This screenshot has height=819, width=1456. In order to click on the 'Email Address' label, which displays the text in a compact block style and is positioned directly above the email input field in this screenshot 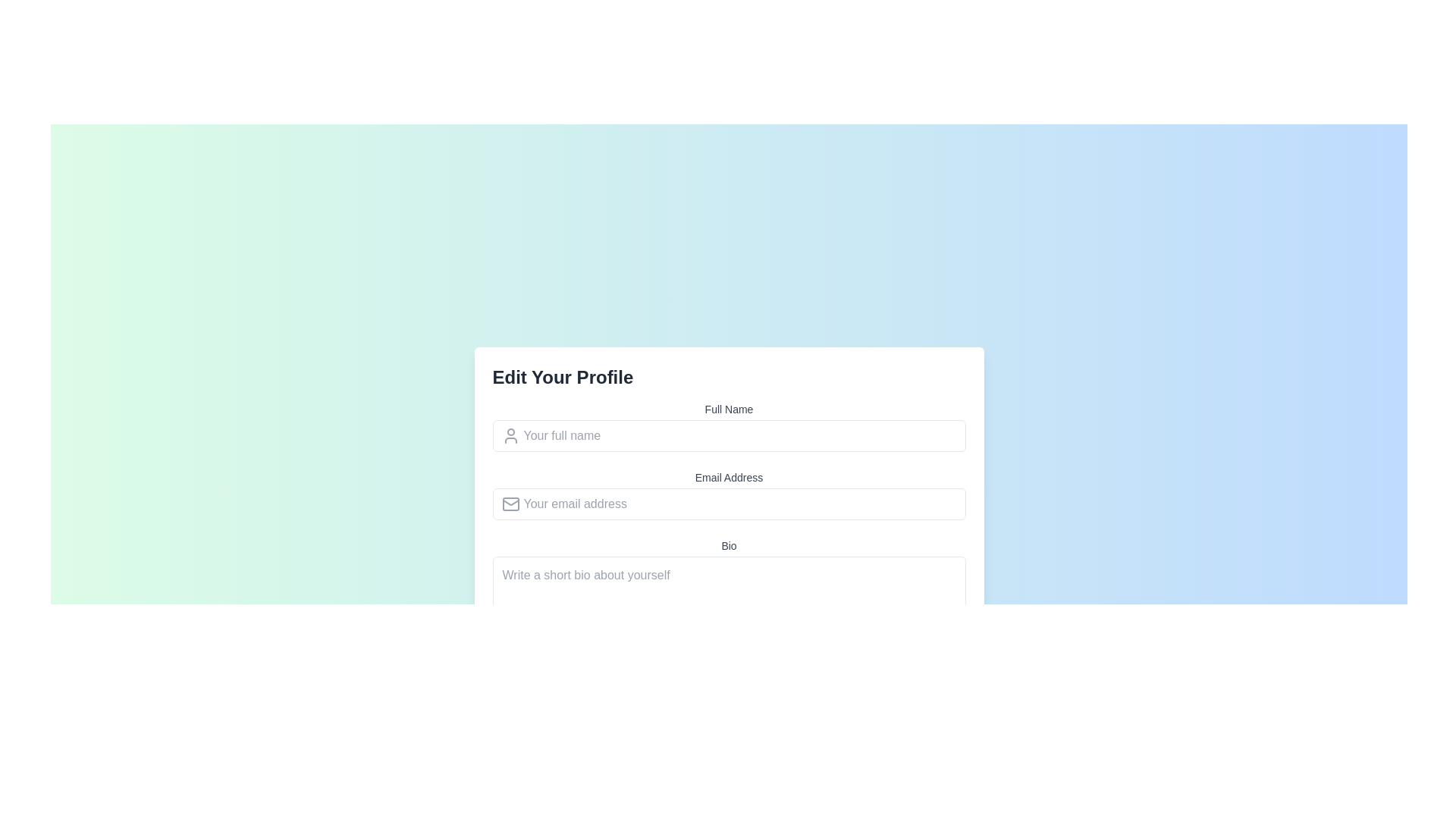, I will do `click(729, 476)`.